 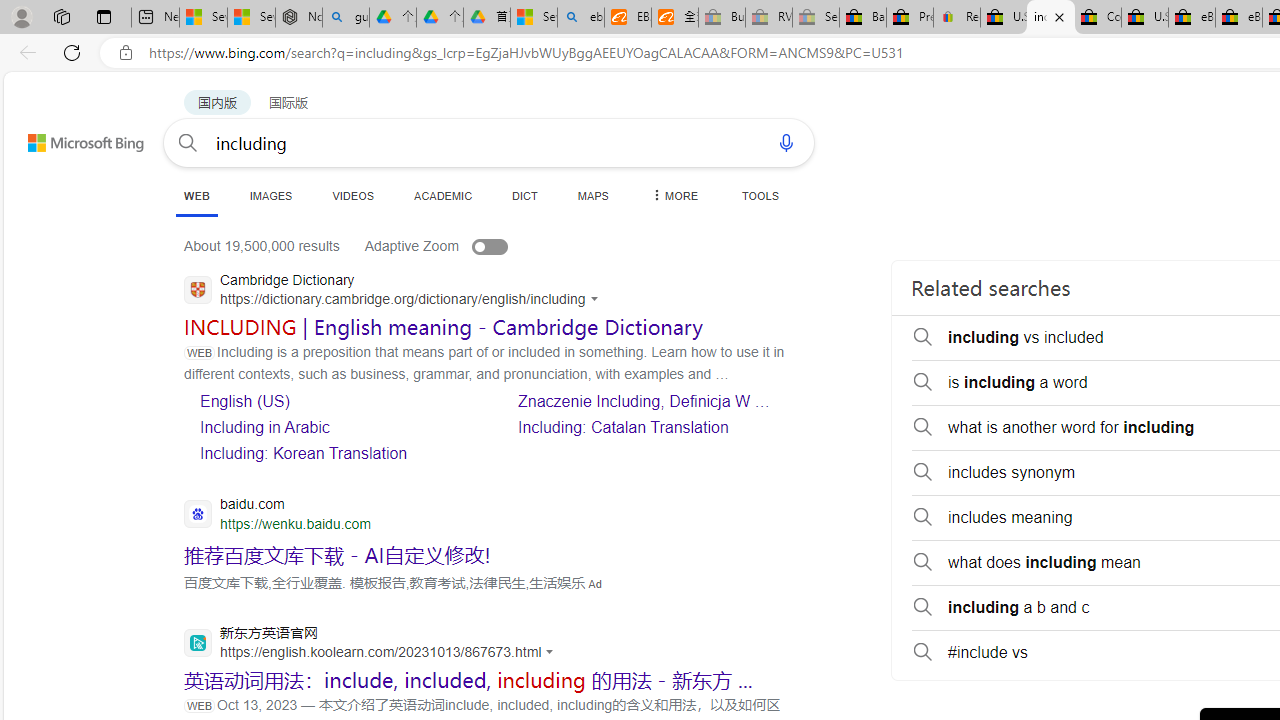 I want to click on 'Sell worldwide with eBay - Sleeping', so click(x=815, y=17).